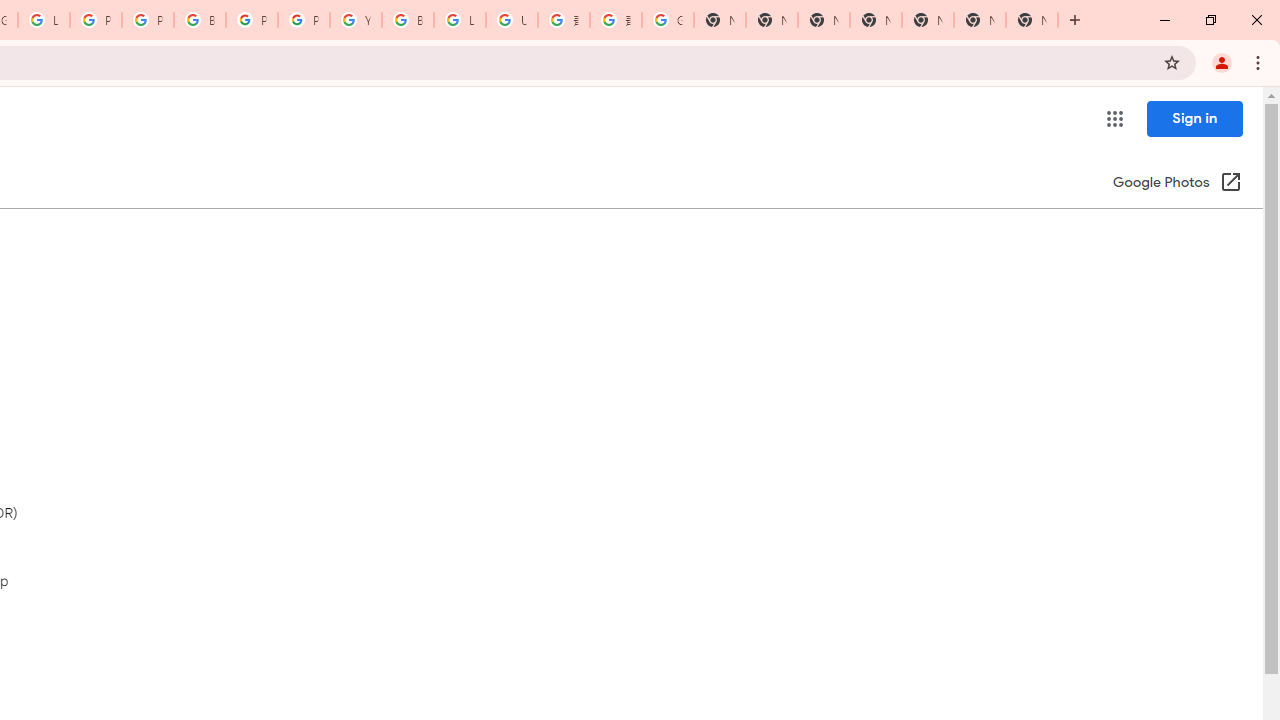 This screenshot has height=720, width=1280. I want to click on 'Google Photos (Open in a new window)', so click(1177, 183).